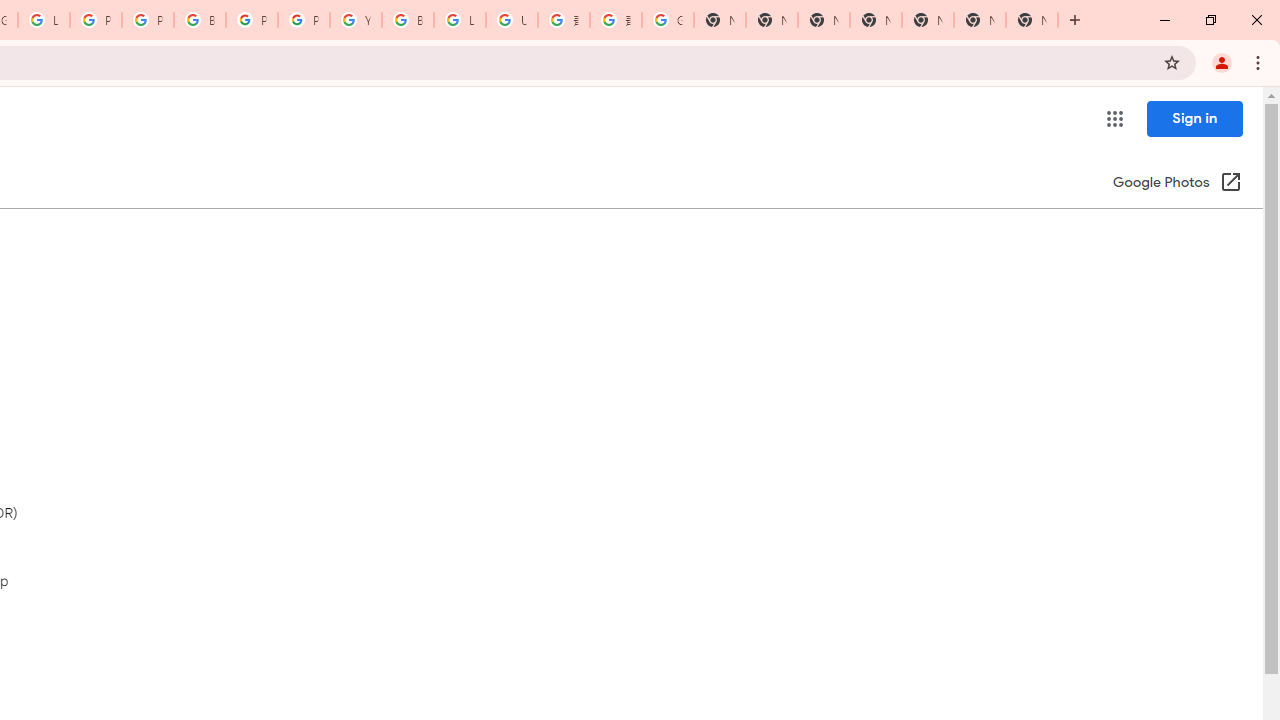 This screenshot has height=720, width=1280. I want to click on 'Google Photos (Open in a new window)', so click(1177, 183).